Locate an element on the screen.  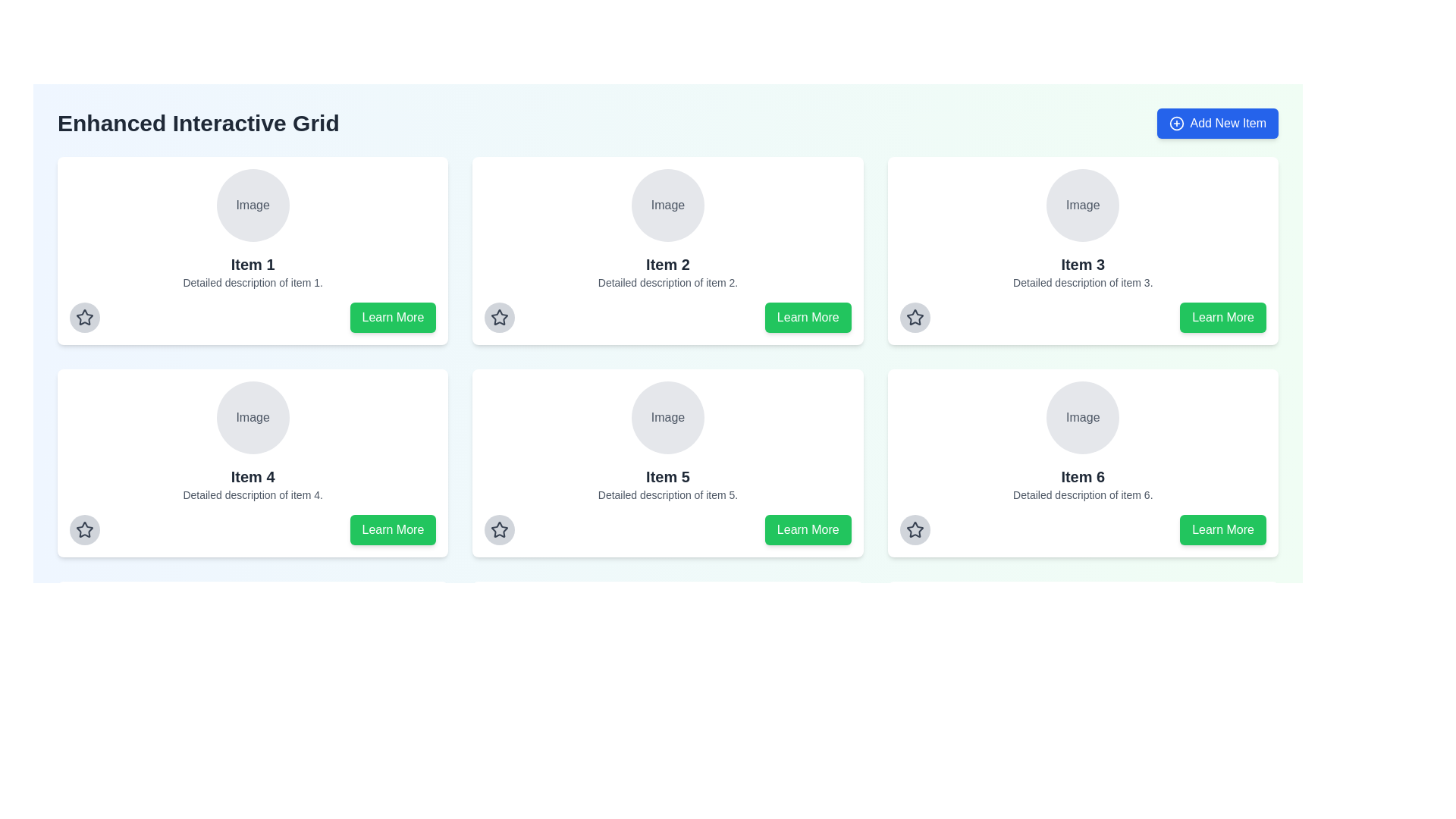
the star icon located in the bottom-left corner of the card labeled 'Item 5' is located at coordinates (500, 529).